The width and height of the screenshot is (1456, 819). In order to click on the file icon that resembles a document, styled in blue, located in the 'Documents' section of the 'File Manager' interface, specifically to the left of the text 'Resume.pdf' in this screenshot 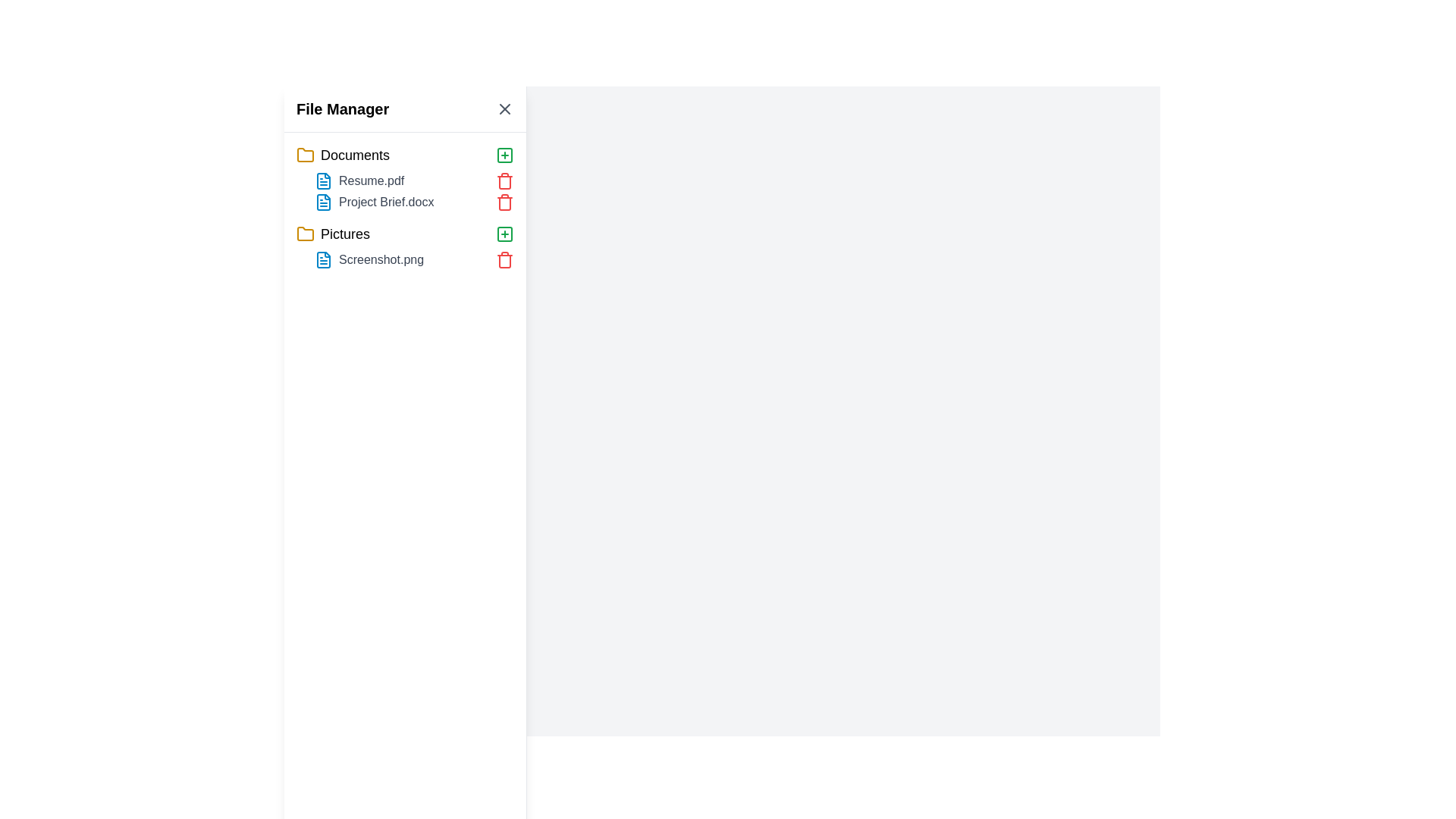, I will do `click(323, 180)`.